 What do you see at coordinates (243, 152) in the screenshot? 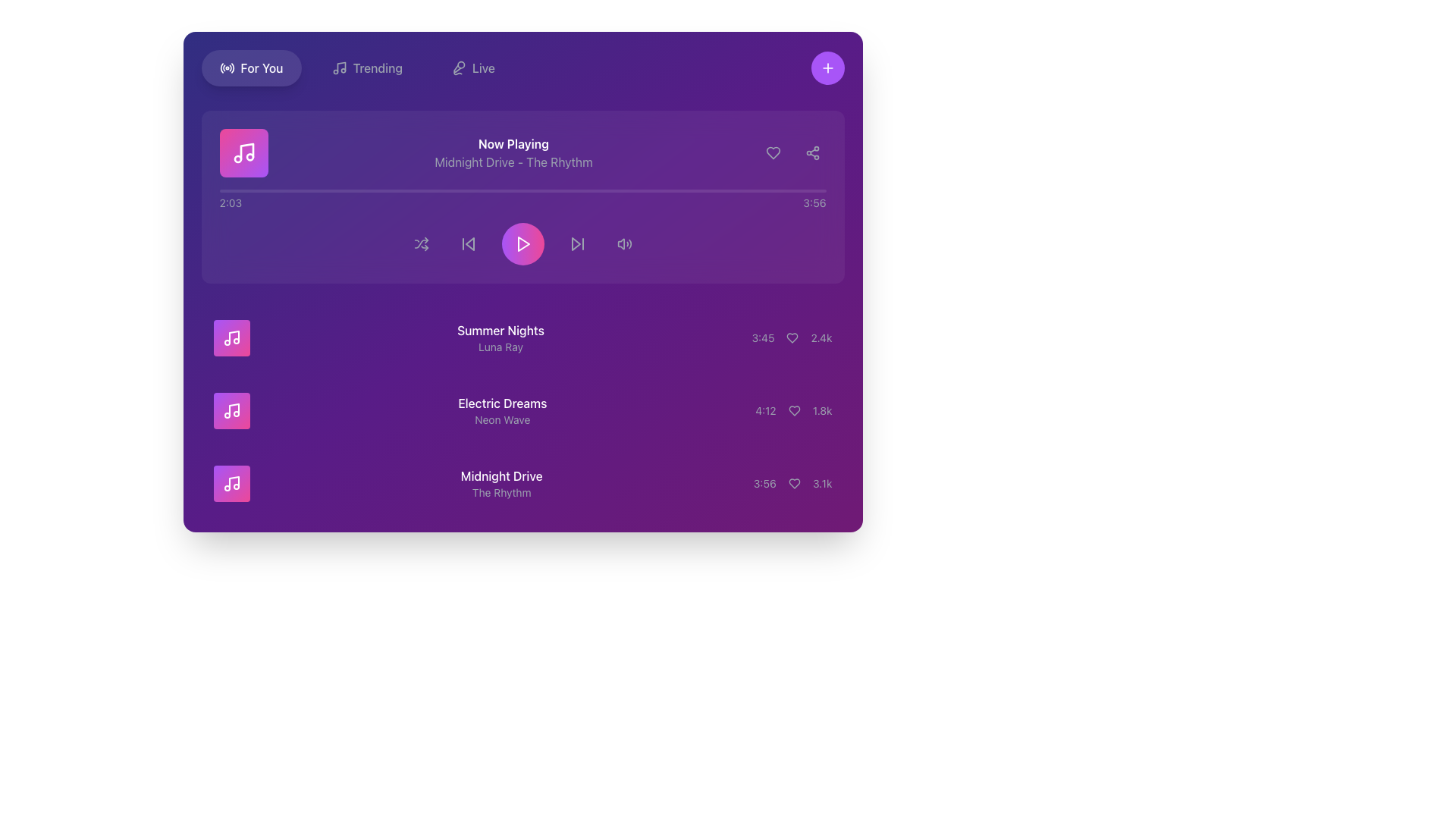
I see `the gradient square with rounded corners containing a white music note icon, located in the top-left corner of the 'Now Playing' section` at bounding box center [243, 152].